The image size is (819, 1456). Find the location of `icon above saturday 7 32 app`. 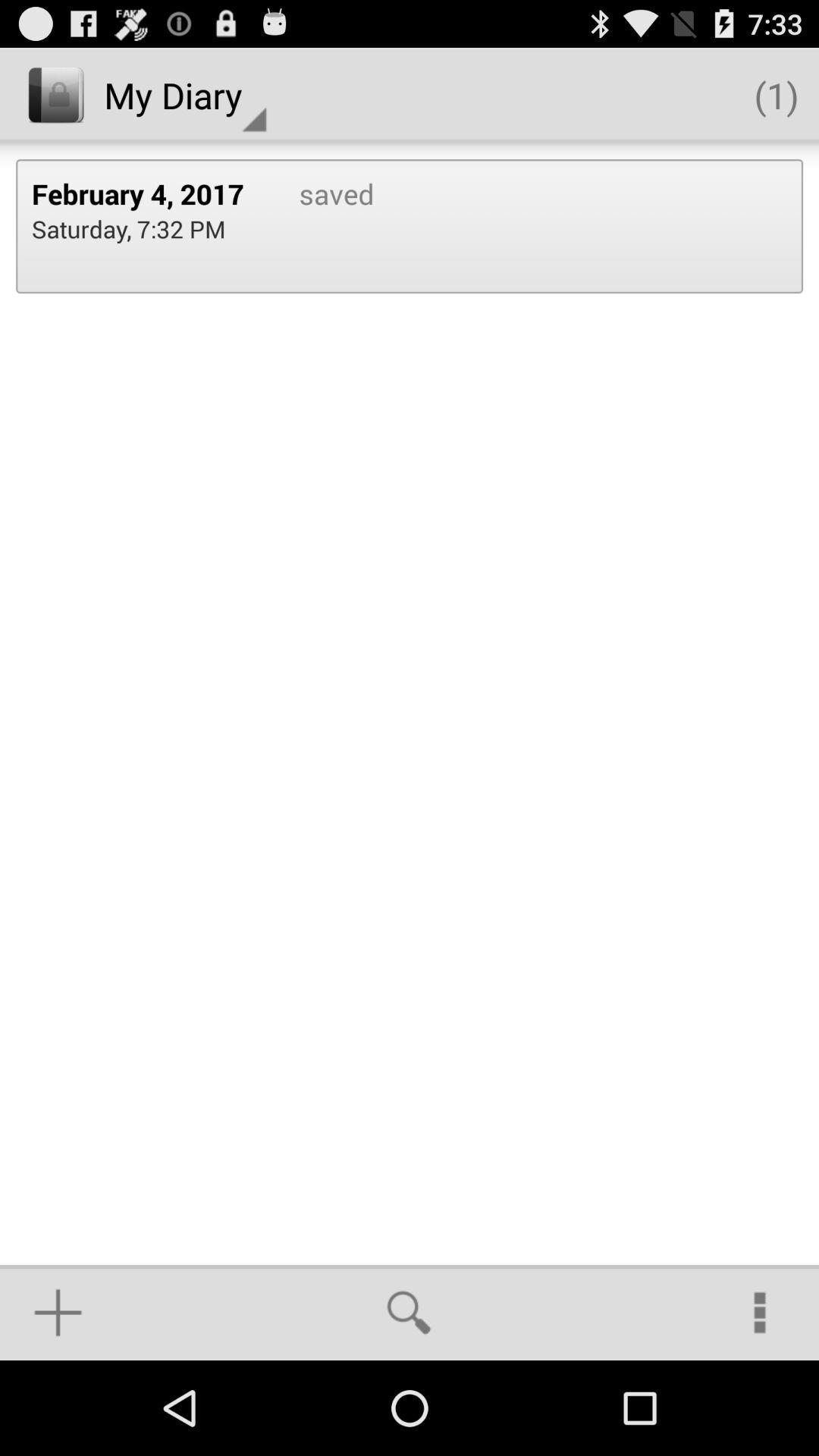

icon above saturday 7 32 app is located at coordinates (149, 193).